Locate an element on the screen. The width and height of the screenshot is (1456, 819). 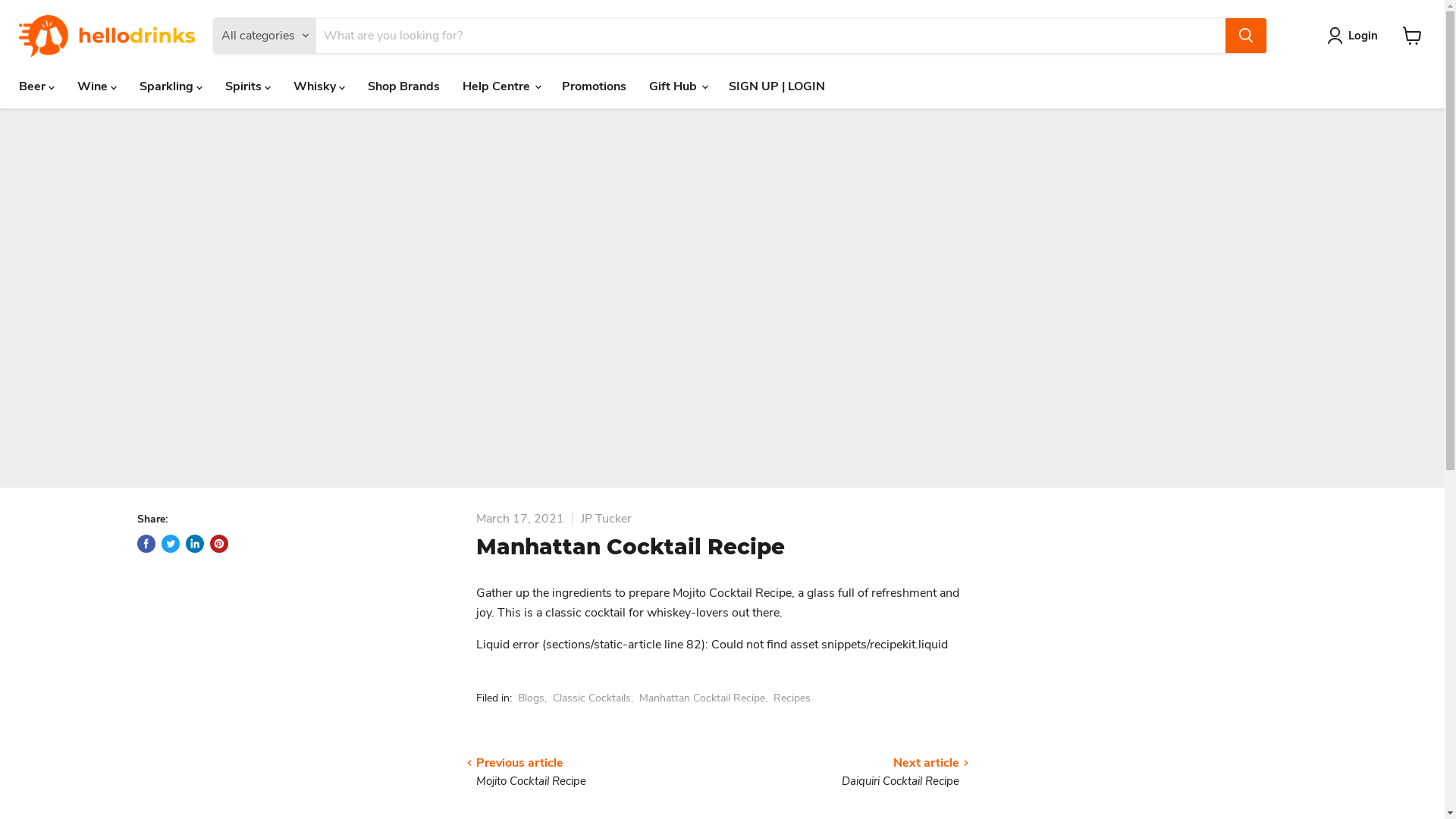
'Manhattan Cocktail Recipe' is located at coordinates (638, 698).